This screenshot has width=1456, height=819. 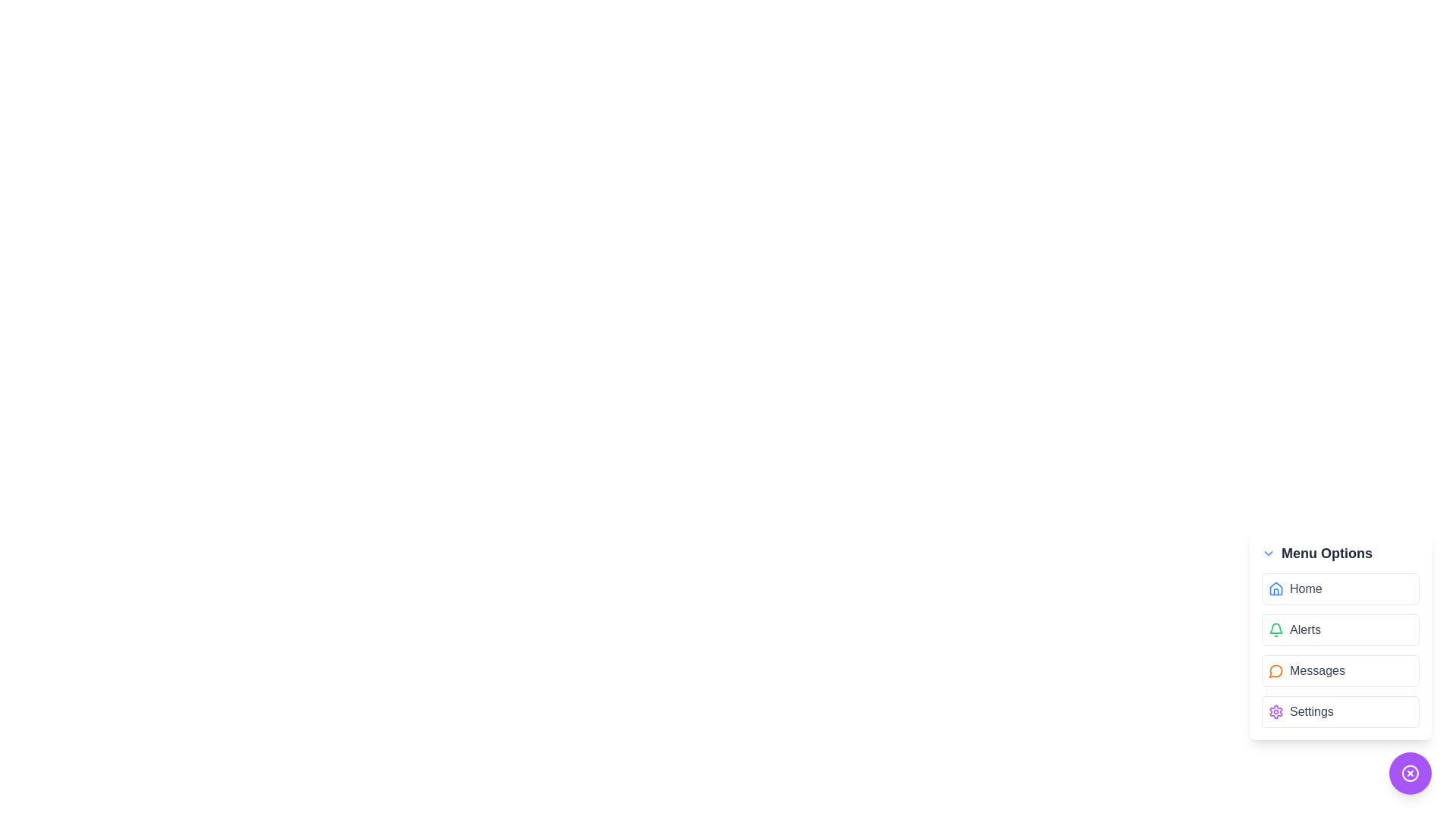 I want to click on the second menu item in the 'Menu Options' titled 'Alerts', so click(x=1340, y=629).